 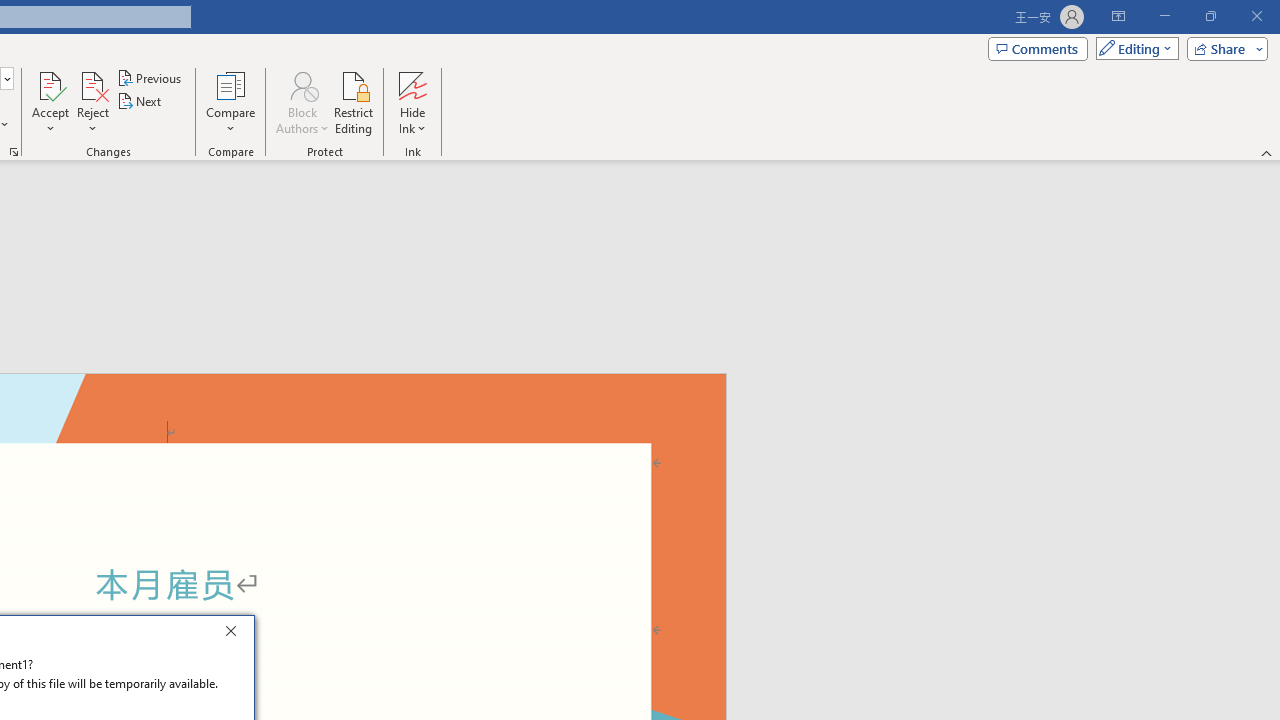 What do you see at coordinates (1222, 47) in the screenshot?
I see `'Share'` at bounding box center [1222, 47].